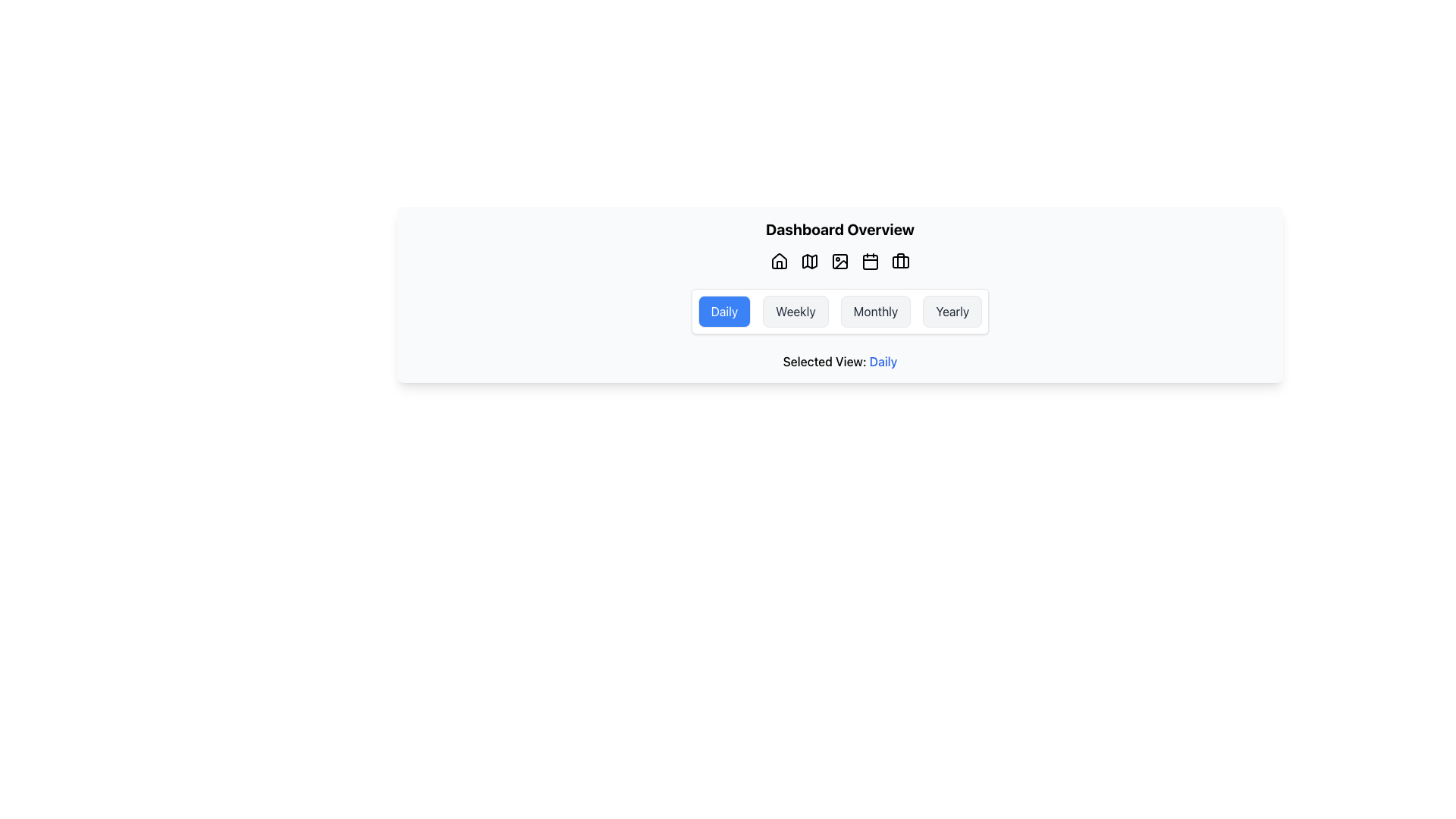 The width and height of the screenshot is (1456, 819). I want to click on the fourth icon button, so click(839, 260).